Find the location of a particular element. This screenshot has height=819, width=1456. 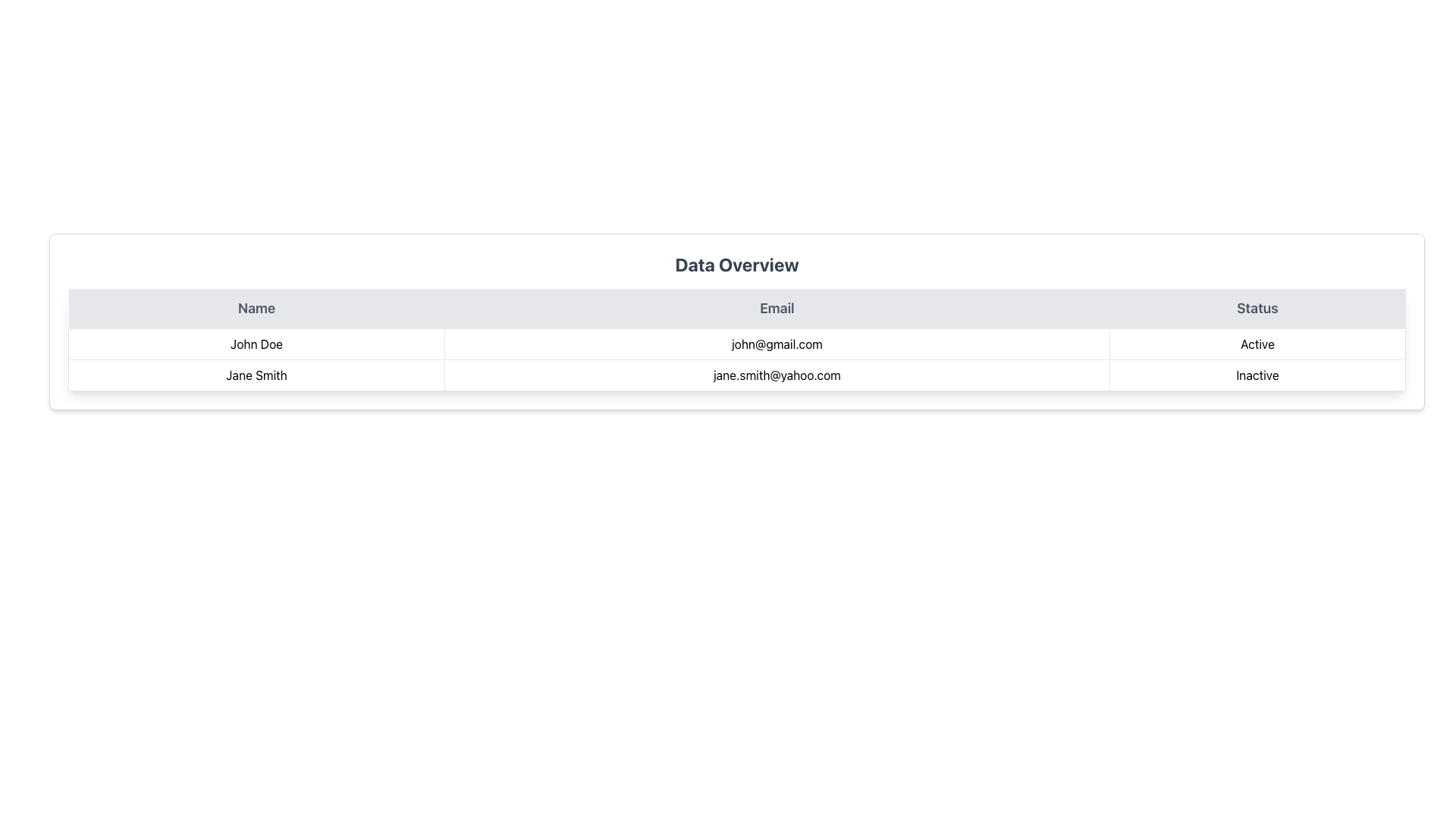

the first row of the data table that displays a user's information, located beneath the header row is located at coordinates (736, 344).